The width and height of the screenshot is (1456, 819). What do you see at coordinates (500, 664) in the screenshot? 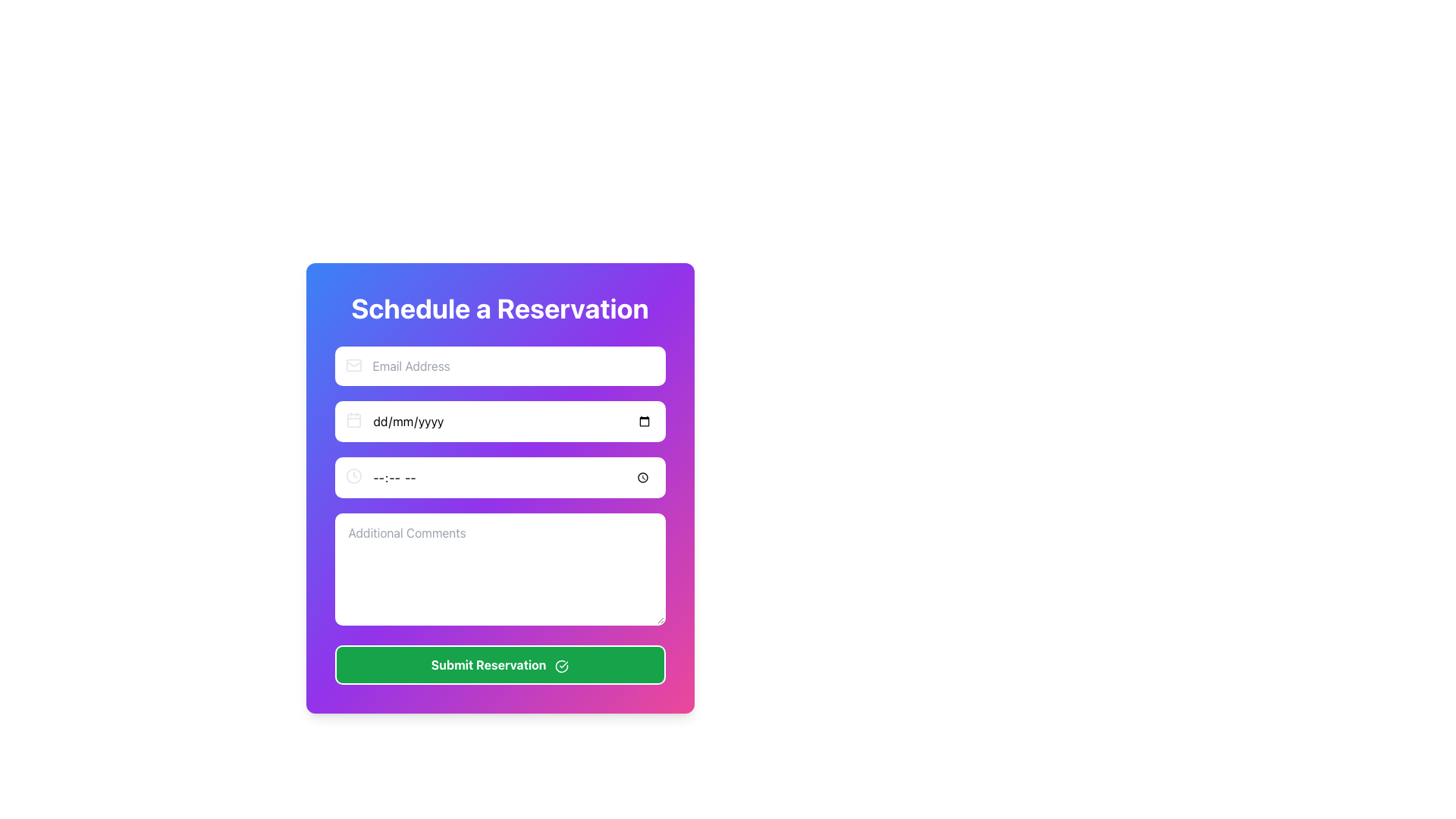
I see `the submission button for the reservation form` at bounding box center [500, 664].